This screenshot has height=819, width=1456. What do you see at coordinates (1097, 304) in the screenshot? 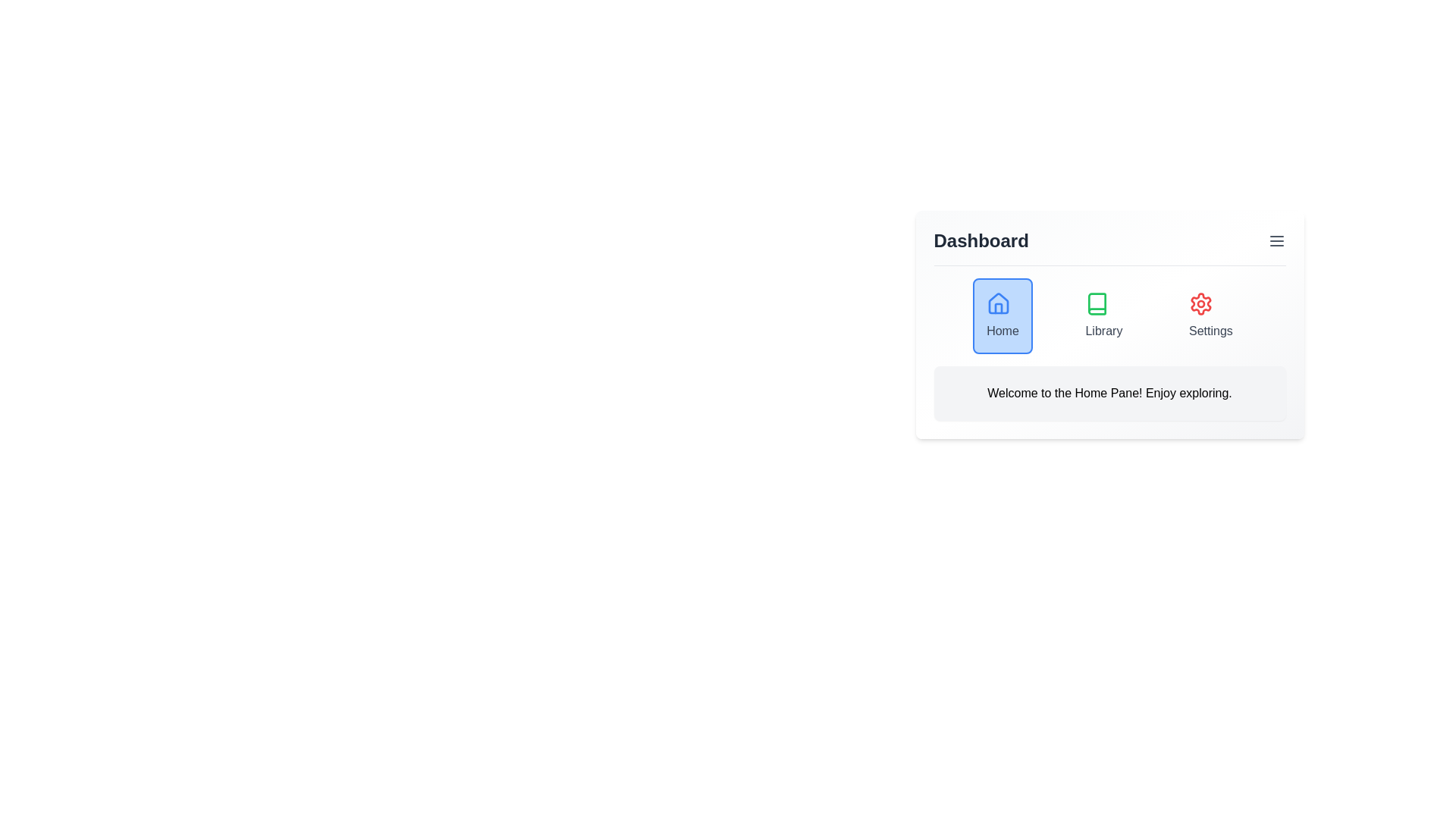
I see `the 'Library' icon, which is a rectangular, book-like icon with a green hue located in the main dashboard's navigation panel` at bounding box center [1097, 304].